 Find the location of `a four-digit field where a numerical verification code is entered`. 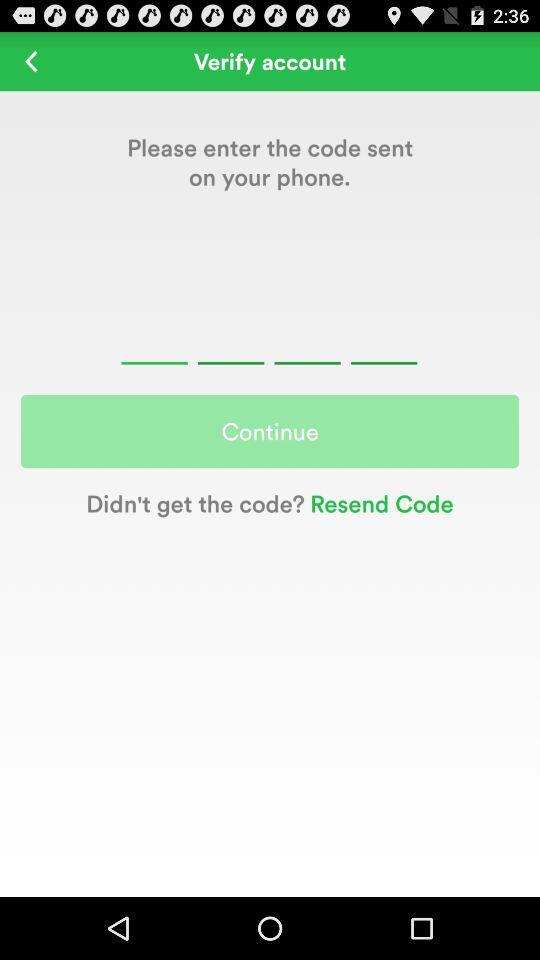

a four-digit field where a numerical verification code is entered is located at coordinates (269, 339).